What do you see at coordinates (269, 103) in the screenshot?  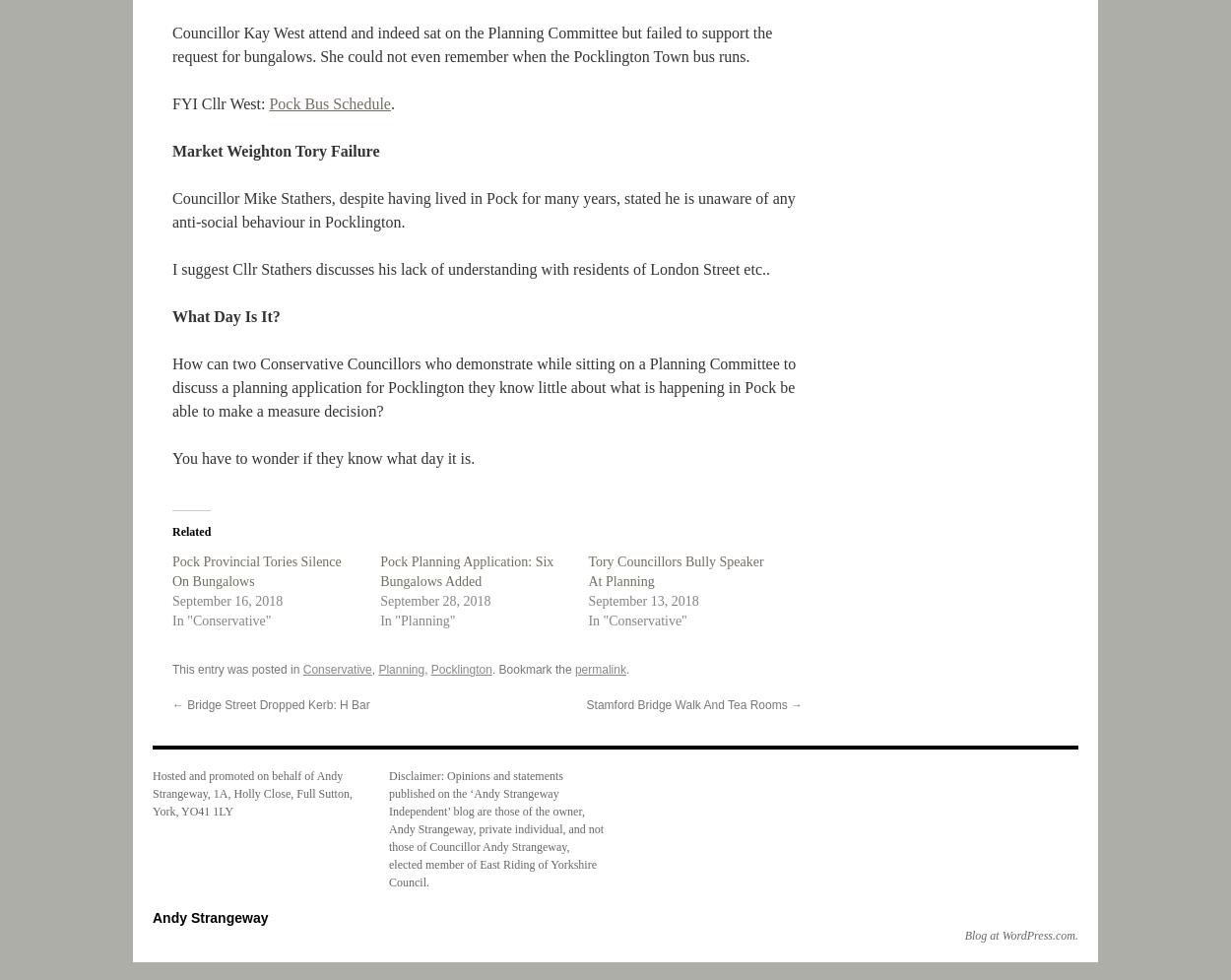 I see `'Pock Bus Schedule'` at bounding box center [269, 103].